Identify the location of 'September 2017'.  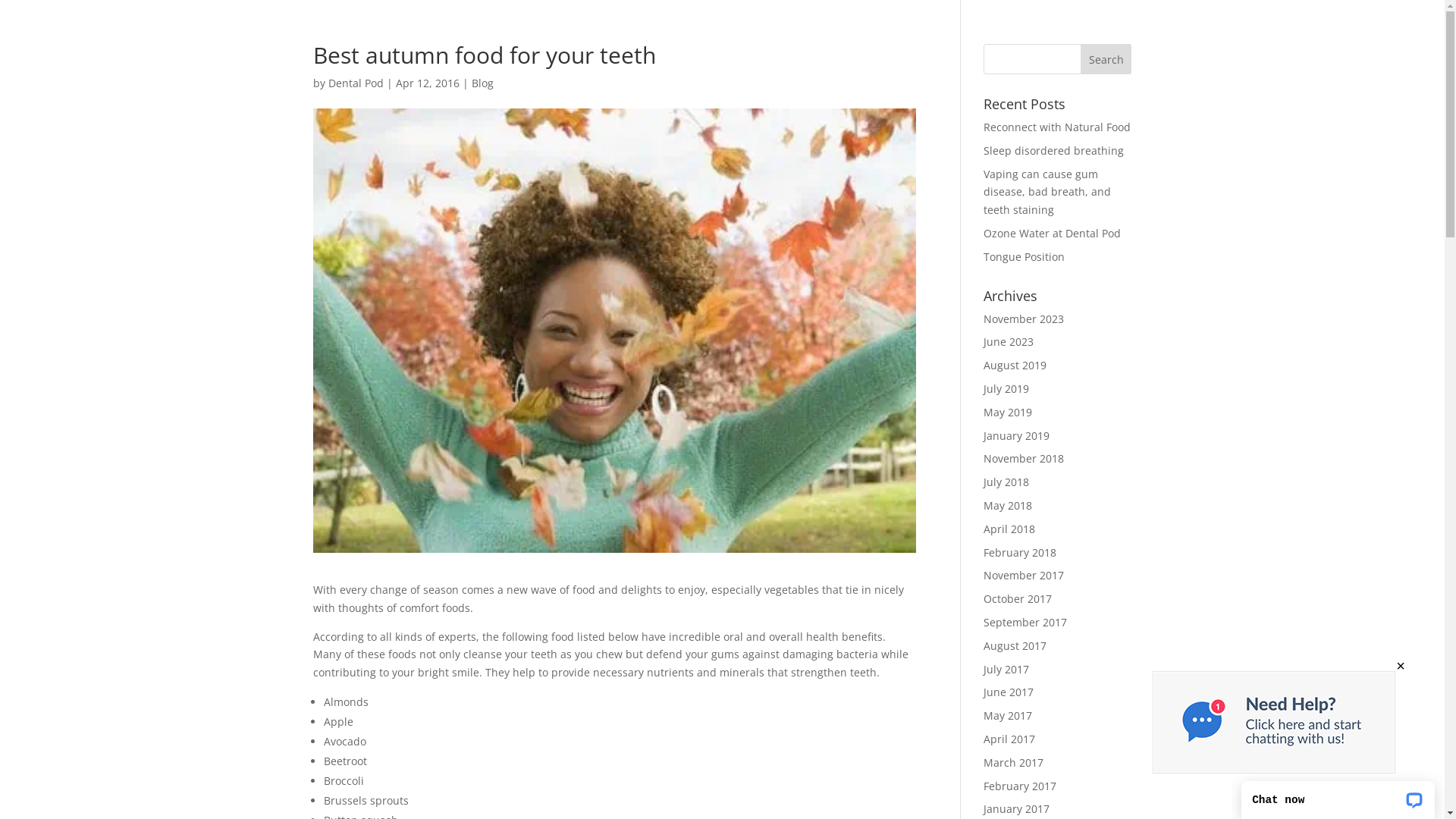
(1025, 622).